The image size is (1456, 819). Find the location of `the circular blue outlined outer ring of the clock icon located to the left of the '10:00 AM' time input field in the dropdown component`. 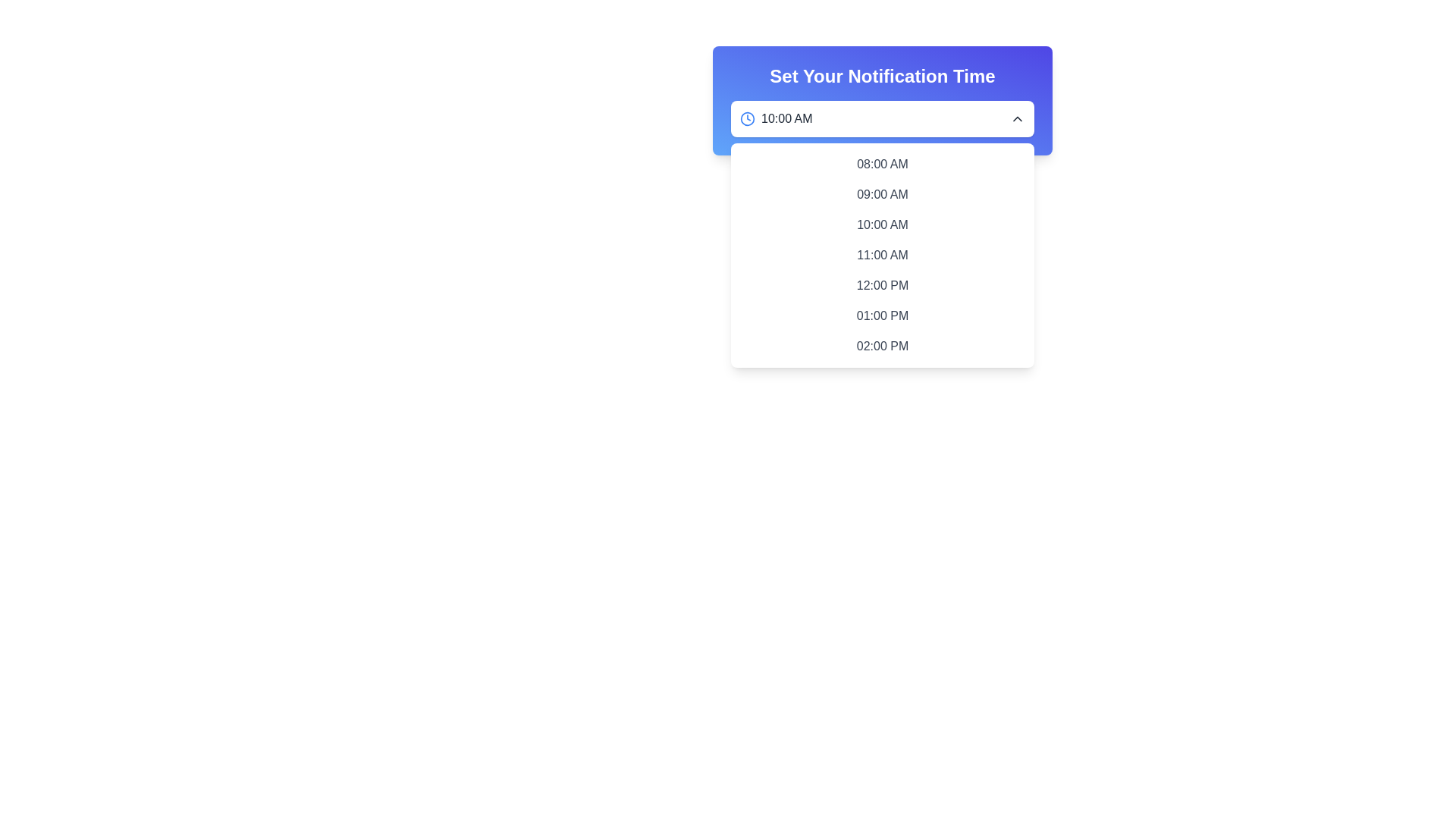

the circular blue outlined outer ring of the clock icon located to the left of the '10:00 AM' time input field in the dropdown component is located at coordinates (747, 118).